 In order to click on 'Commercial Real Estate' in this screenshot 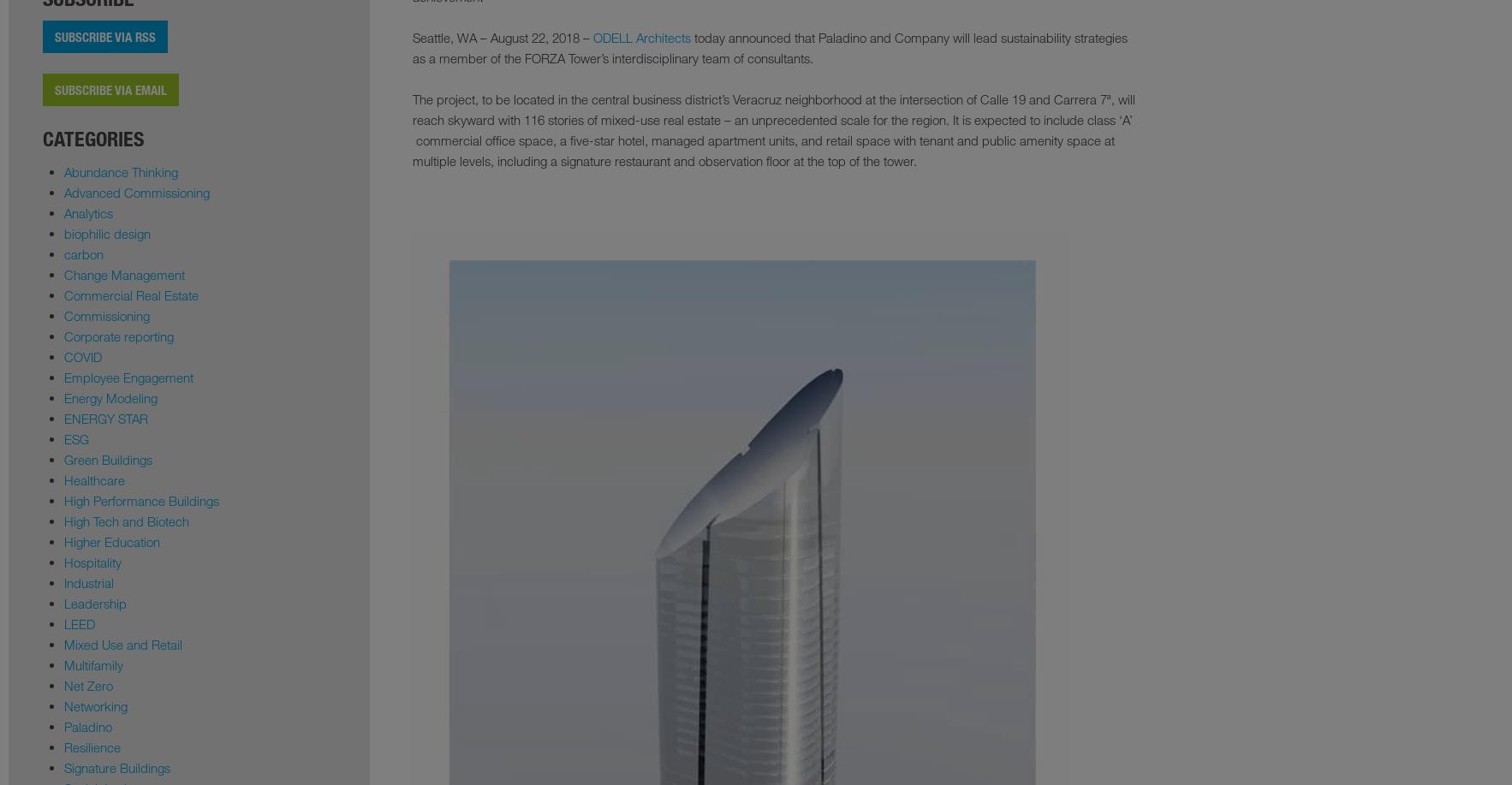, I will do `click(130, 294)`.